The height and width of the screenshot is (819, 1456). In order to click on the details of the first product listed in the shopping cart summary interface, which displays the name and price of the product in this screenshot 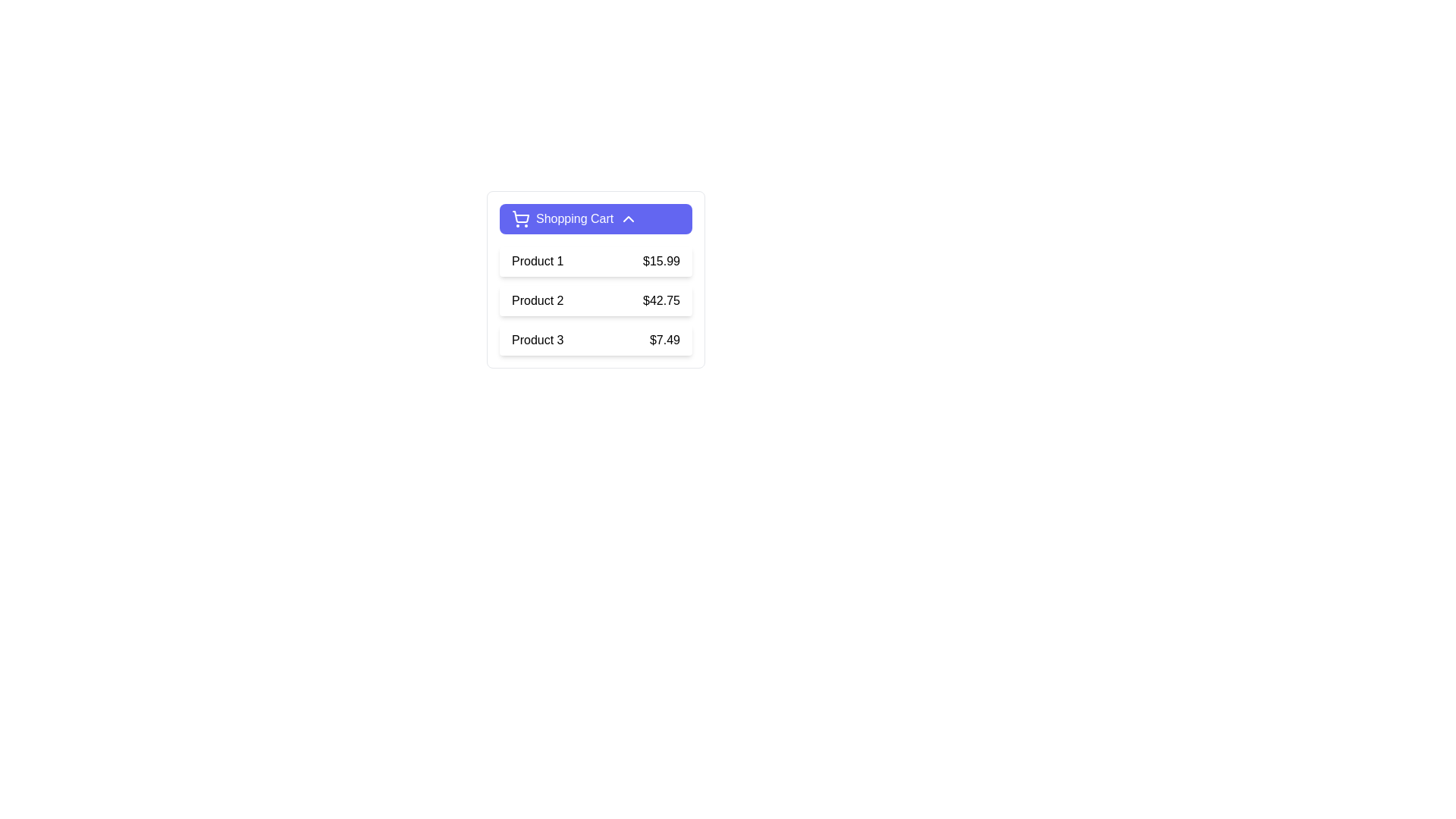, I will do `click(595, 260)`.